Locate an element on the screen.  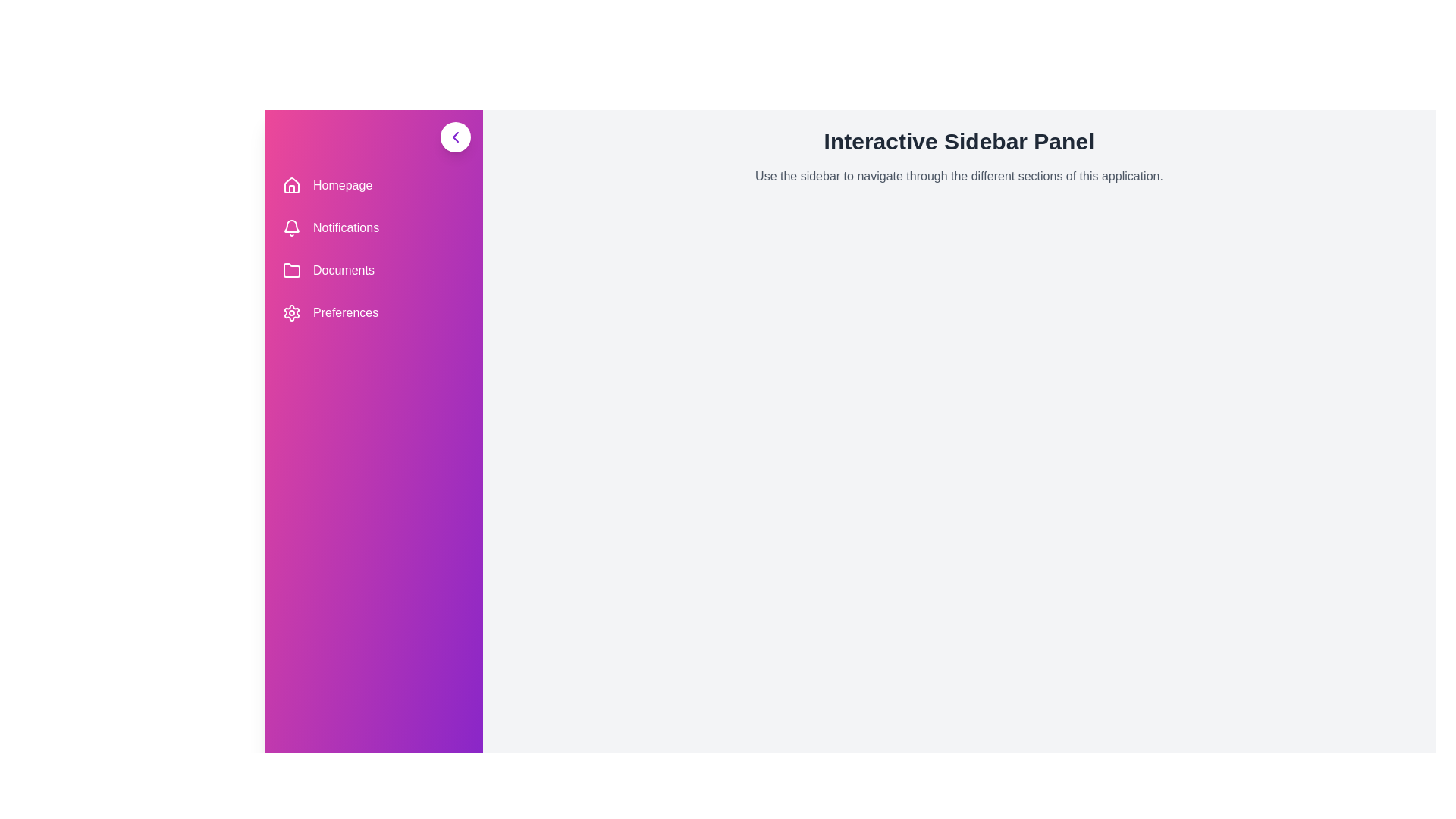
the sidebar menu item Homepage is located at coordinates (374, 185).